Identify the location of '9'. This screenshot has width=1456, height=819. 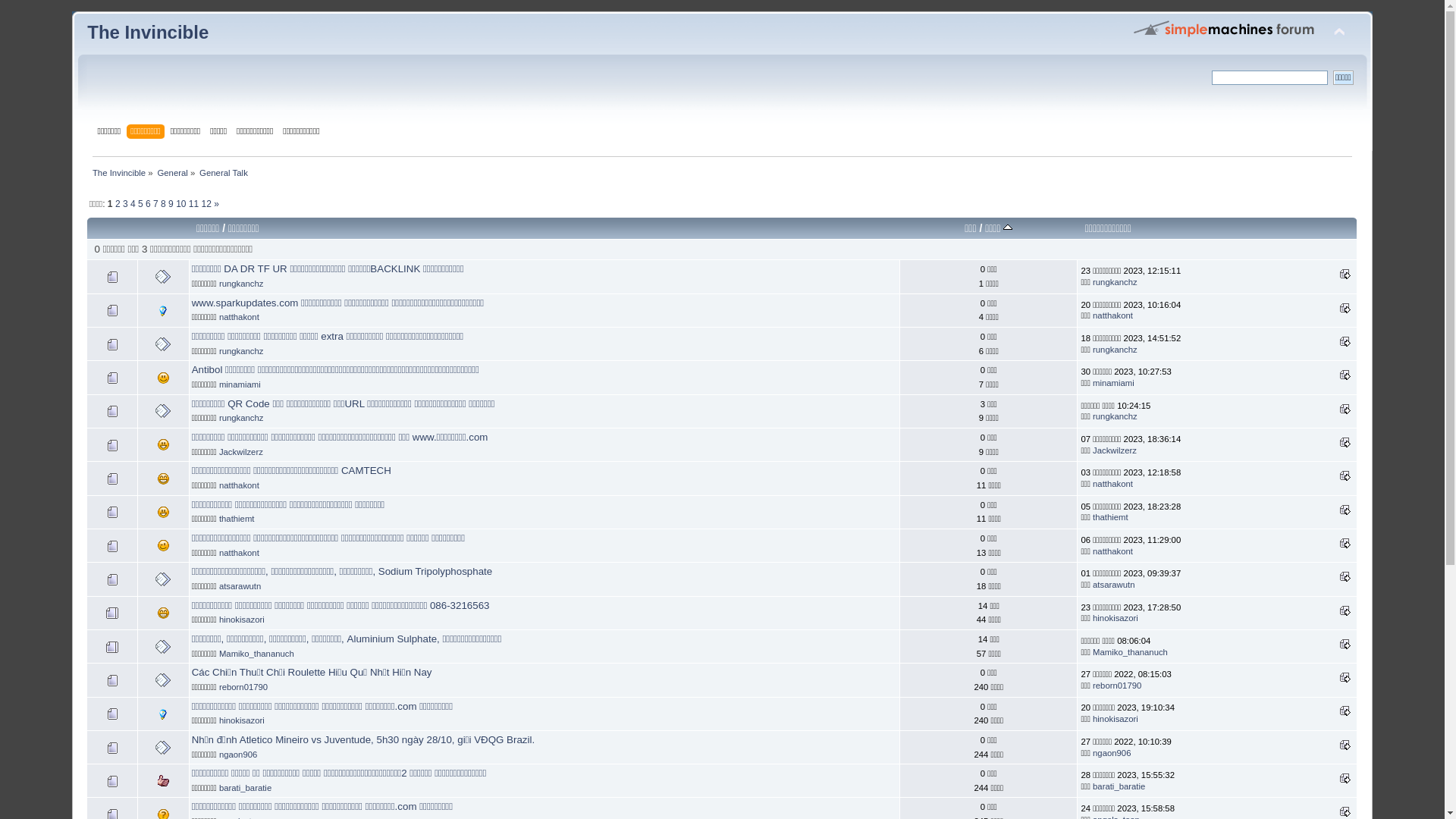
(171, 203).